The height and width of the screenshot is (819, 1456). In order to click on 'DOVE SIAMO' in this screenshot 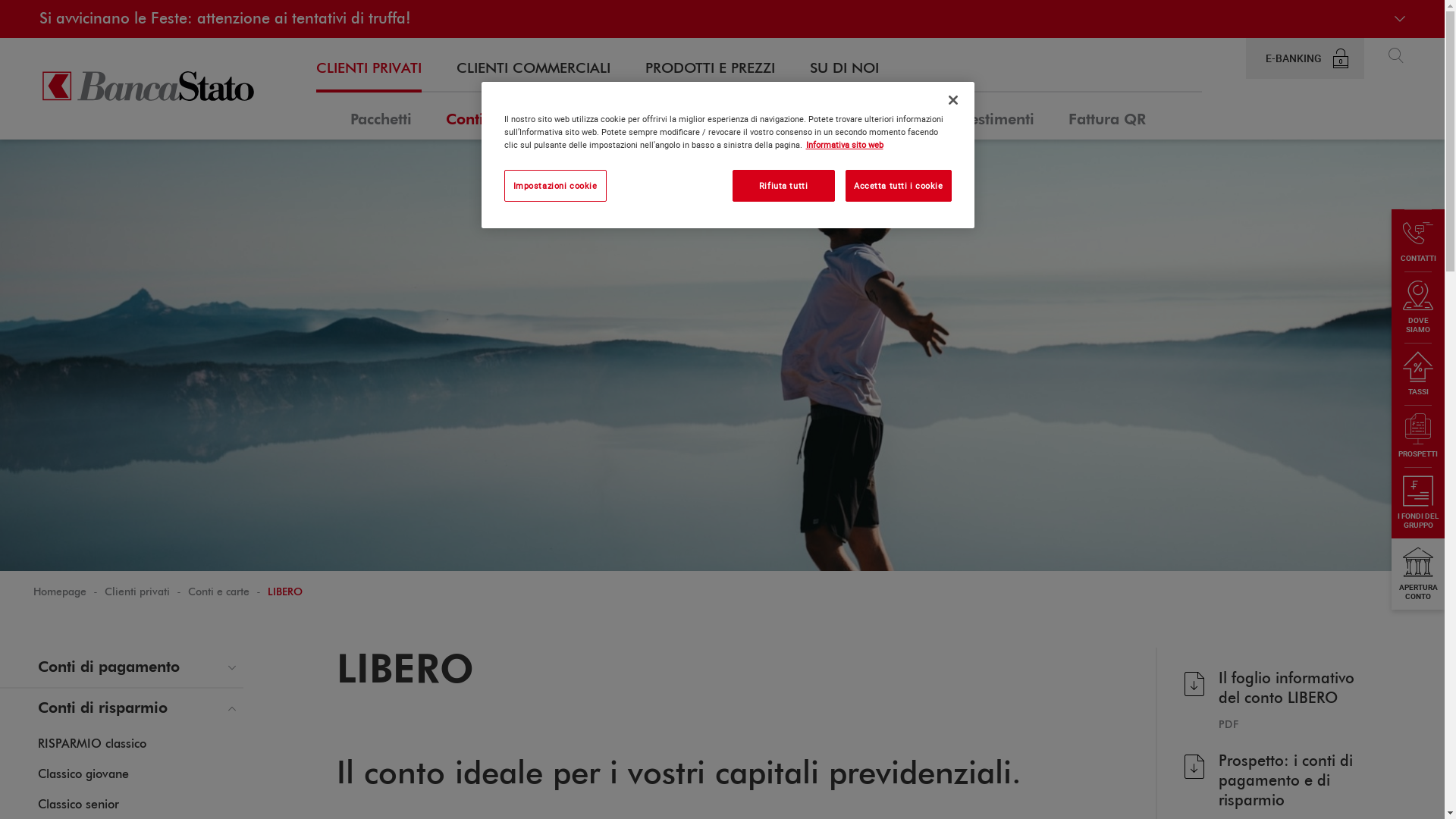, I will do `click(1417, 307)`.